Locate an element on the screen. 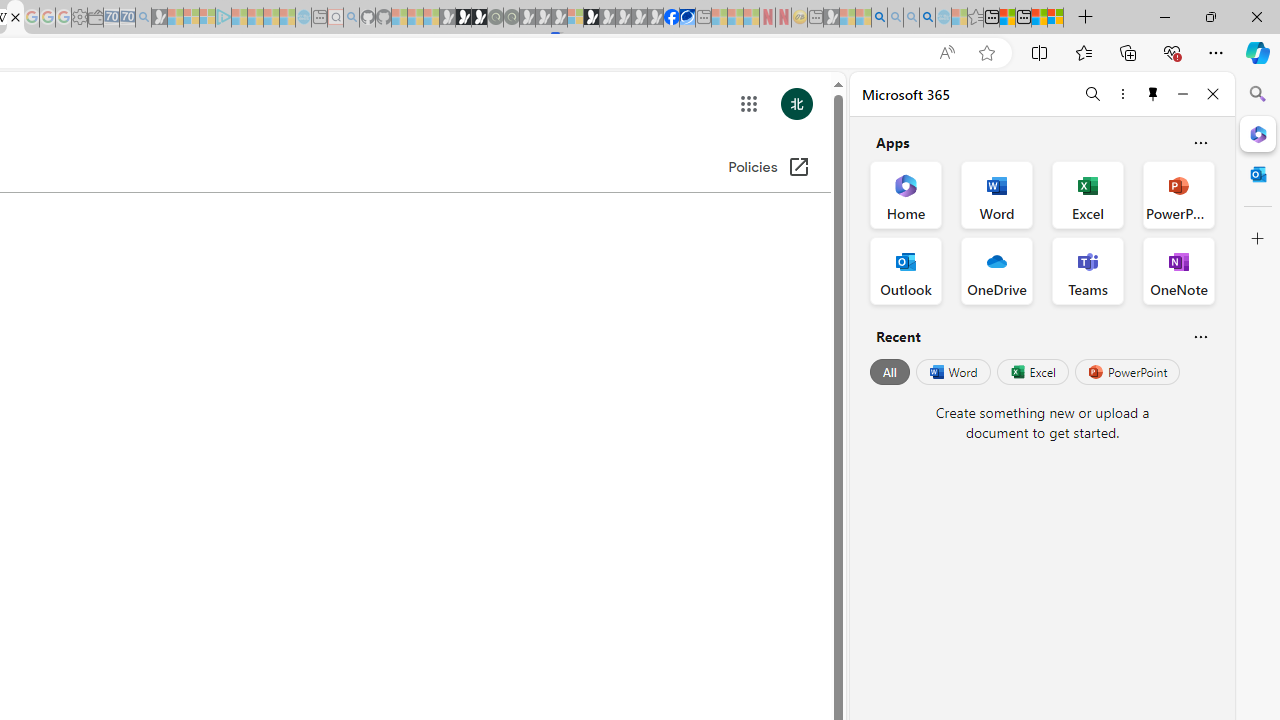 The image size is (1280, 720). 'Bing AI - Search' is located at coordinates (879, 17).